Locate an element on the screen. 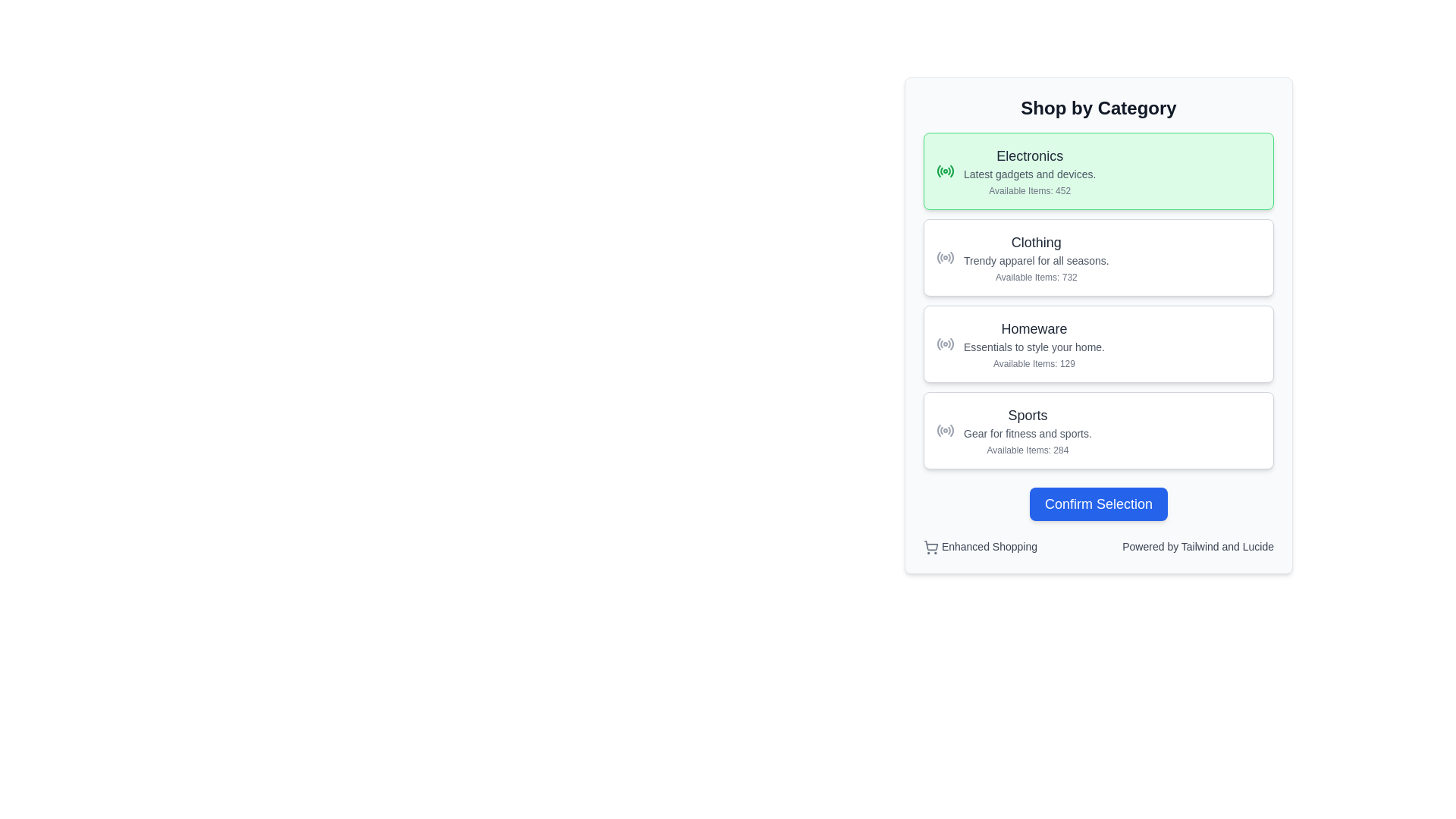 This screenshot has height=819, width=1456. the text element reading 'Latest gadgets and devices.' which is styled in a small-sized gray font and positioned under the main heading 'Electronics' within a green-bordered box is located at coordinates (1030, 174).